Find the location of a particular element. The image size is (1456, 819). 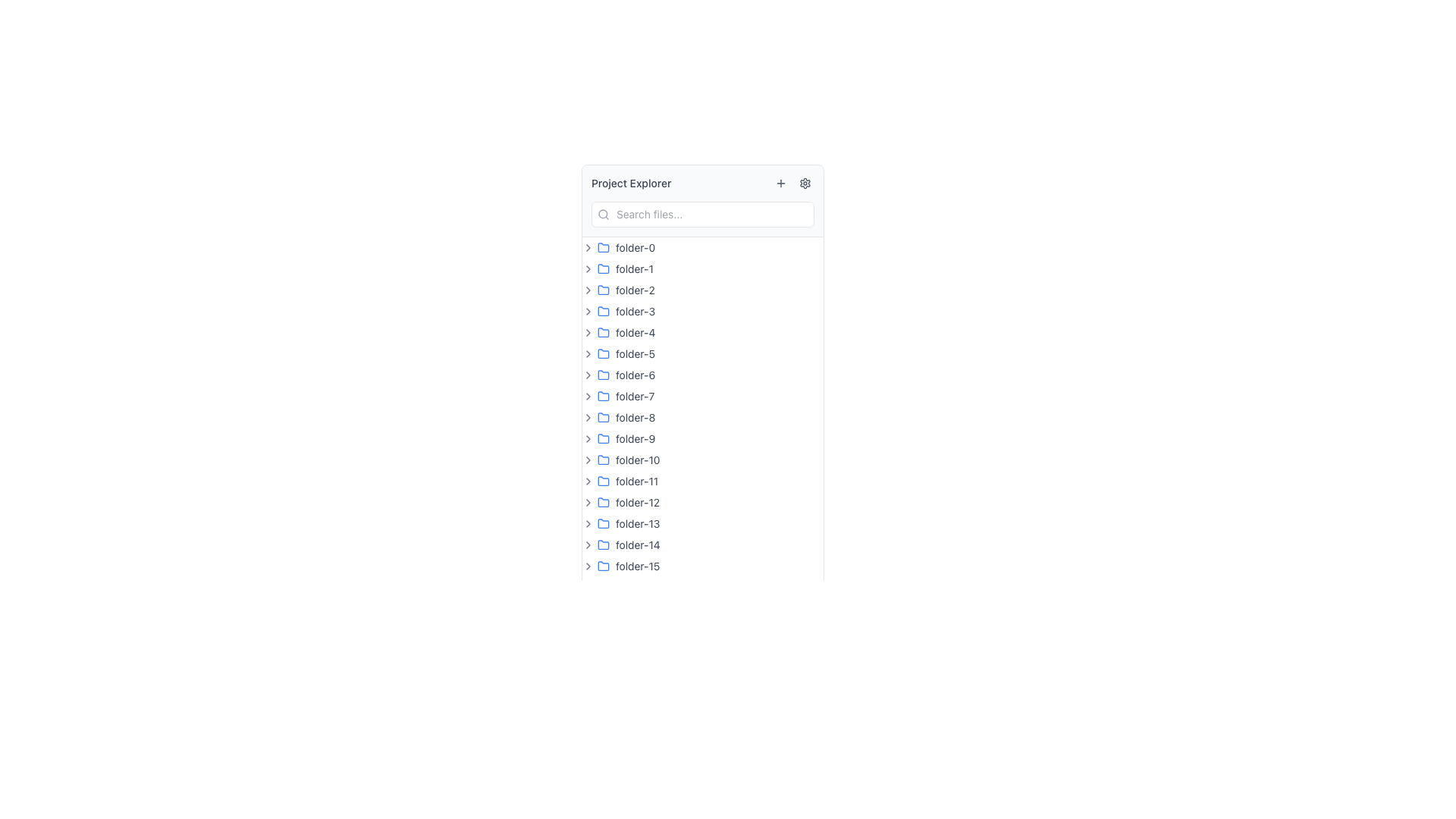

the text label identifying the folder 'folder-5' in the Project Explorer is located at coordinates (635, 353).